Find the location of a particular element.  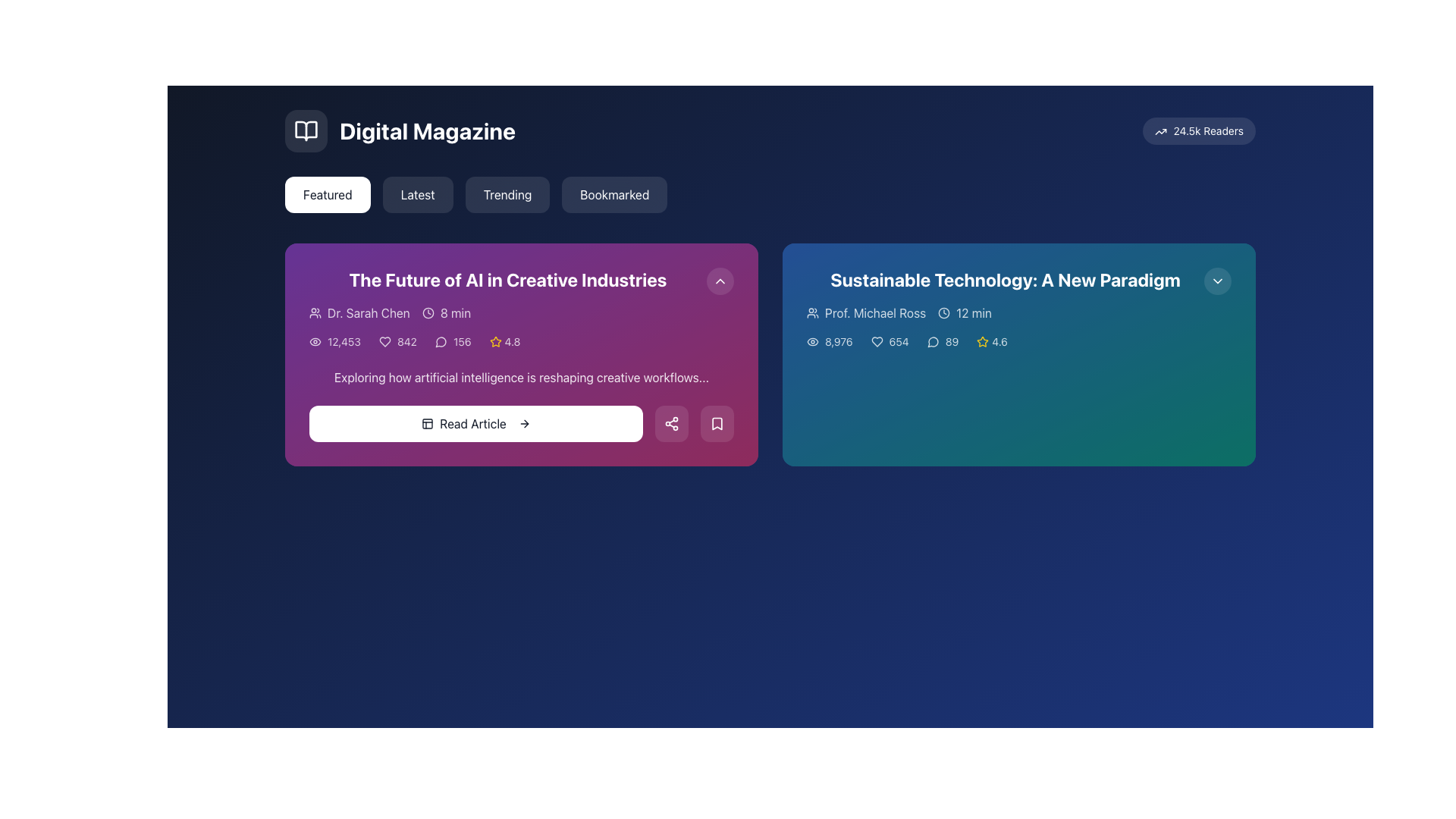

the bookmark icon located at the bottom-right corner of the card titled 'The Future of AI in Creative Industries' is located at coordinates (716, 424).